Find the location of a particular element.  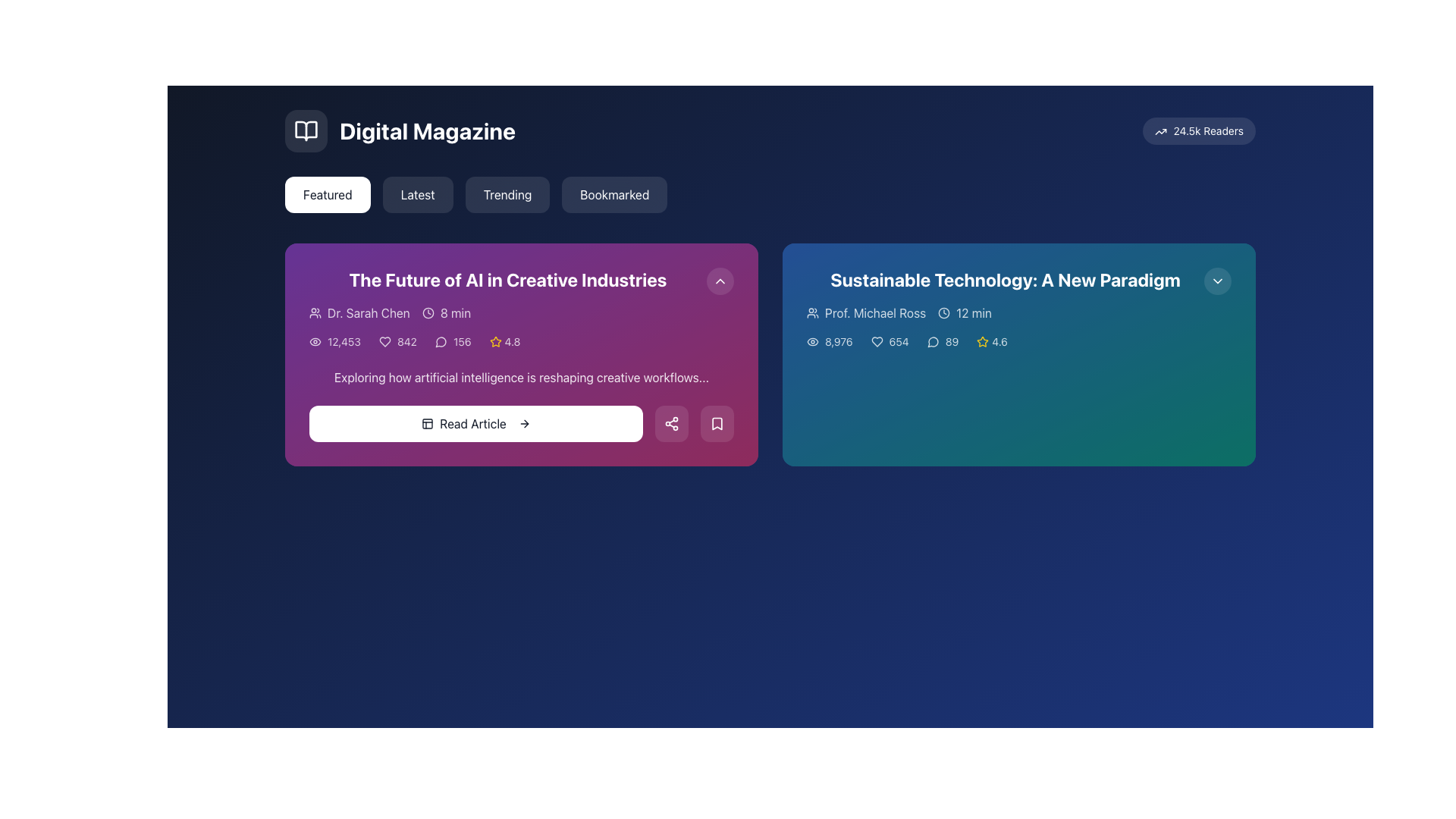

the bookmark icon located at the bottom-right corner of the card titled 'The Future of AI in Creative Industries' is located at coordinates (716, 424).